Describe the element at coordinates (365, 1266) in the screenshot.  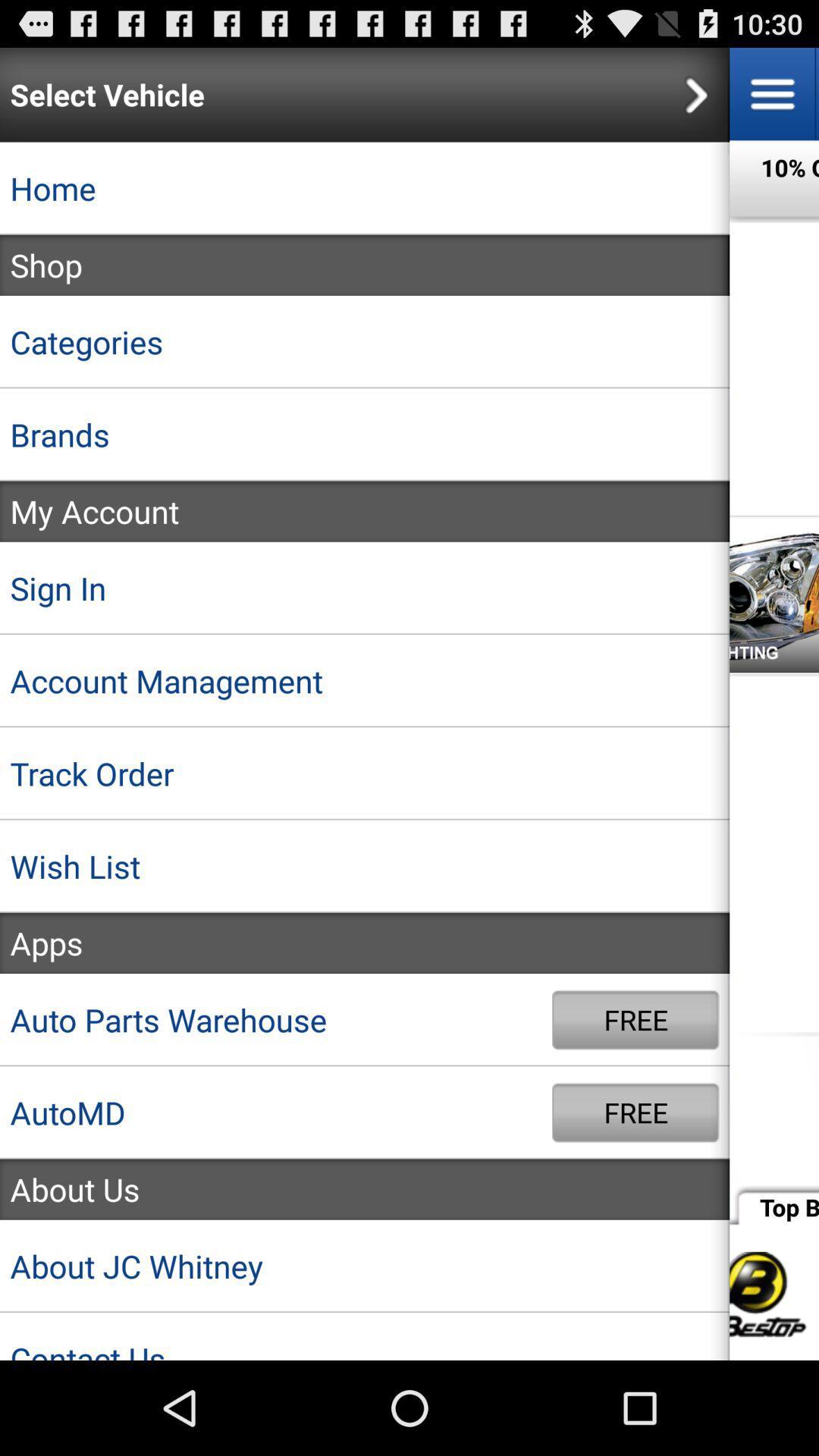
I see `about jc whitney` at that location.